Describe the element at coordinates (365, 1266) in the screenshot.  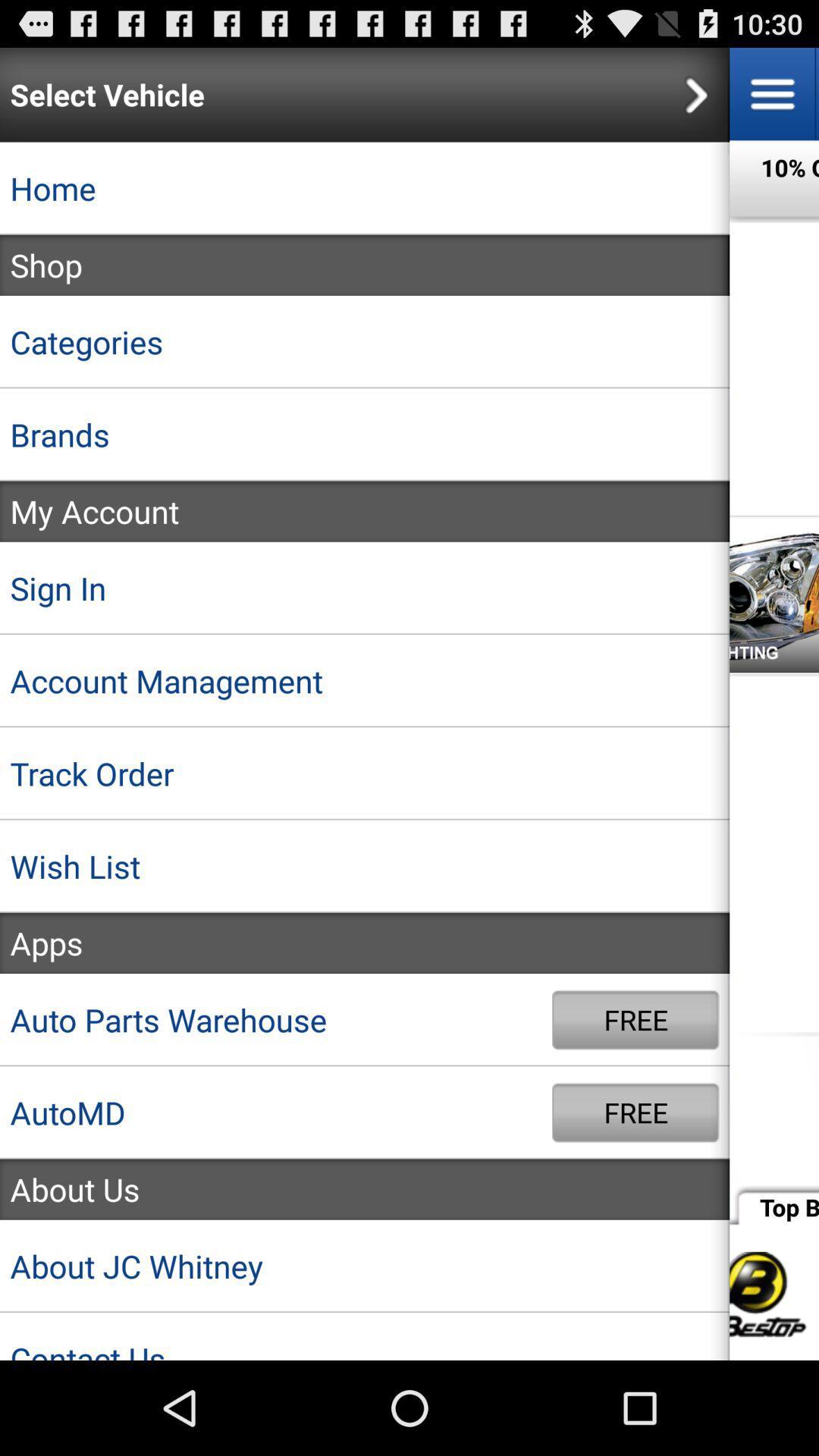
I see `about jc whitney` at that location.